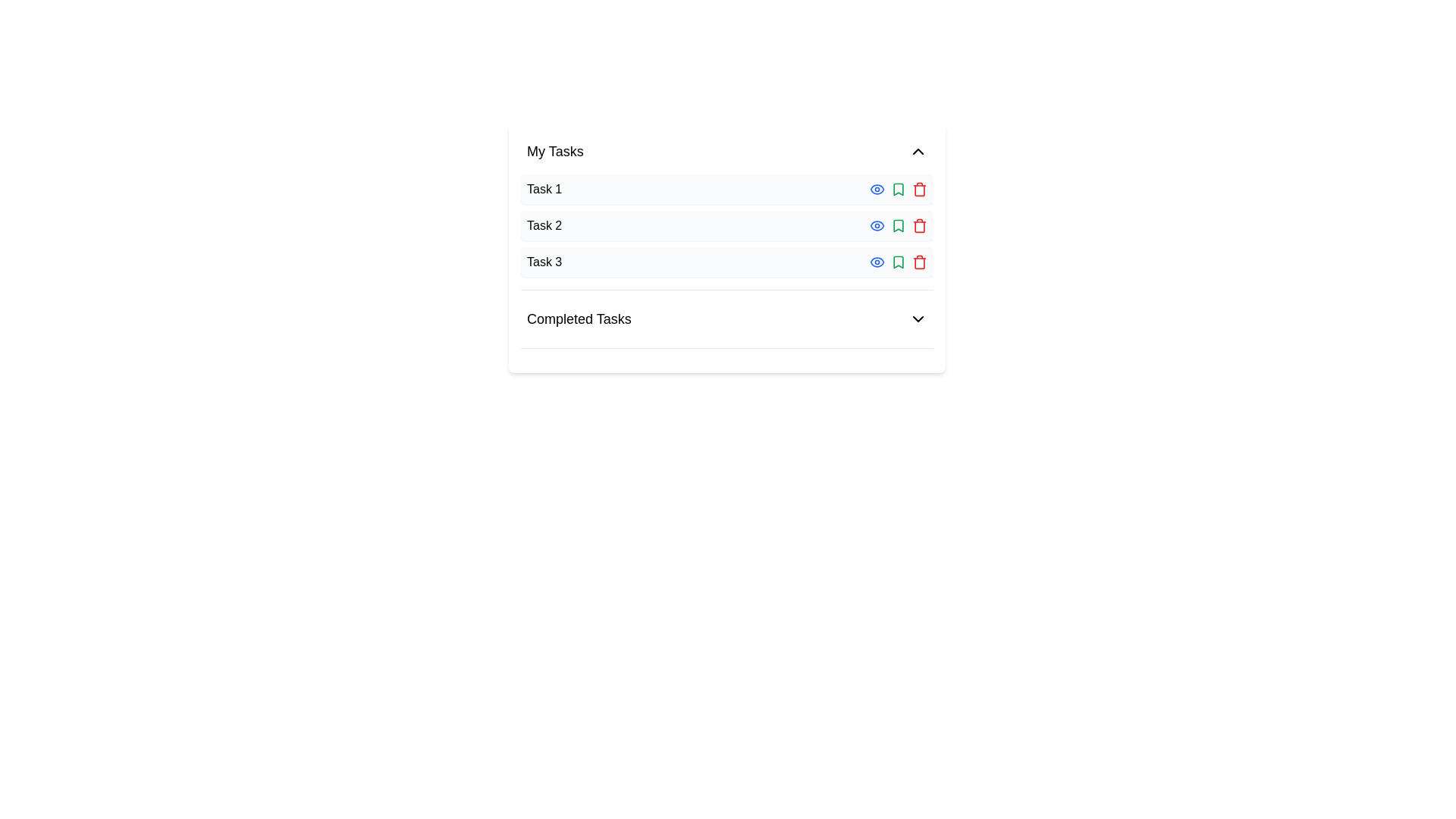 This screenshot has width=1456, height=819. I want to click on the Text Label displaying 'Task 1', which is aligned to the left in the 'My Tasks' list and has a light gray background with rounded corners, so click(544, 189).